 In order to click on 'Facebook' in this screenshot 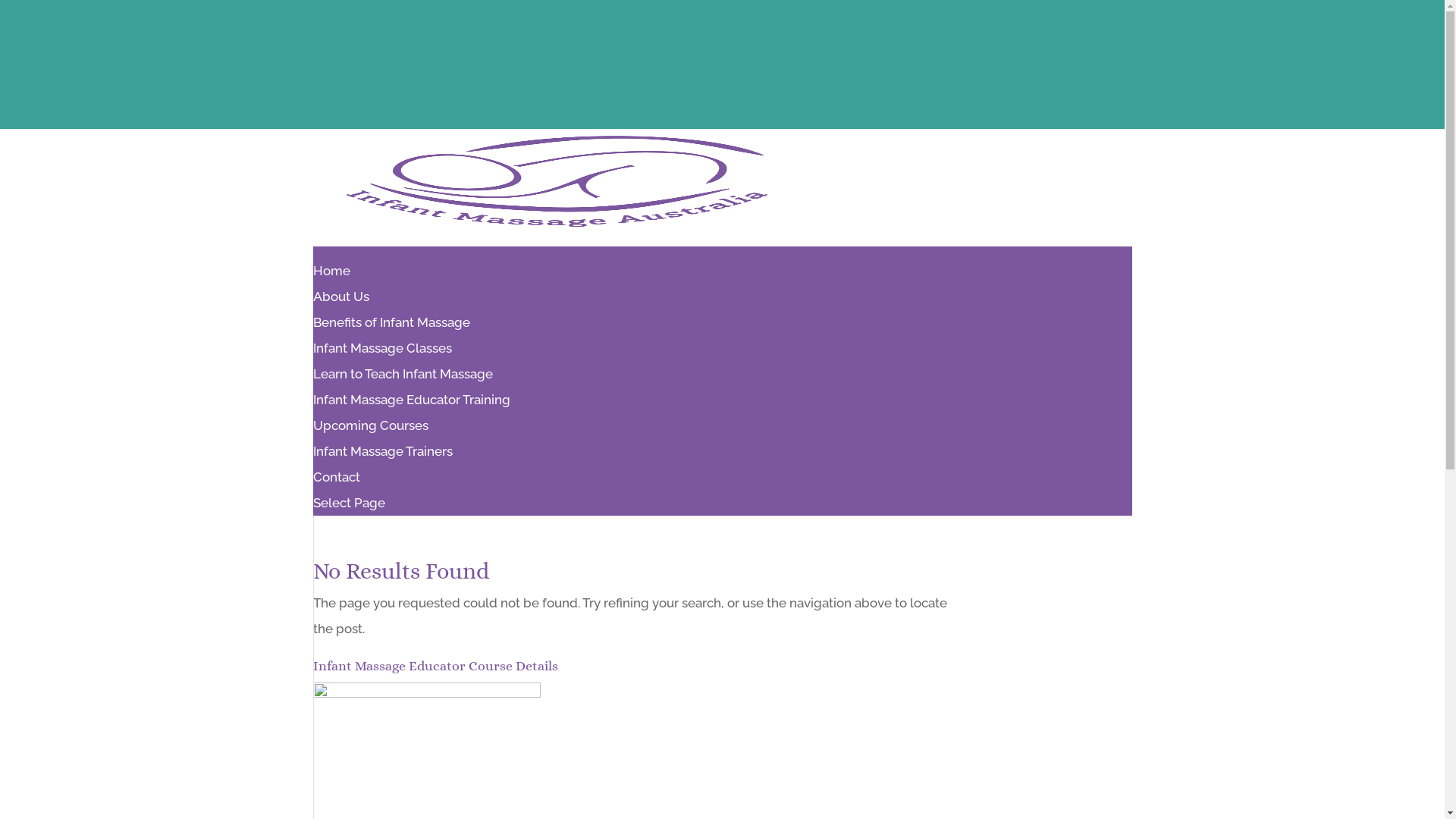, I will do `click(312, 12)`.